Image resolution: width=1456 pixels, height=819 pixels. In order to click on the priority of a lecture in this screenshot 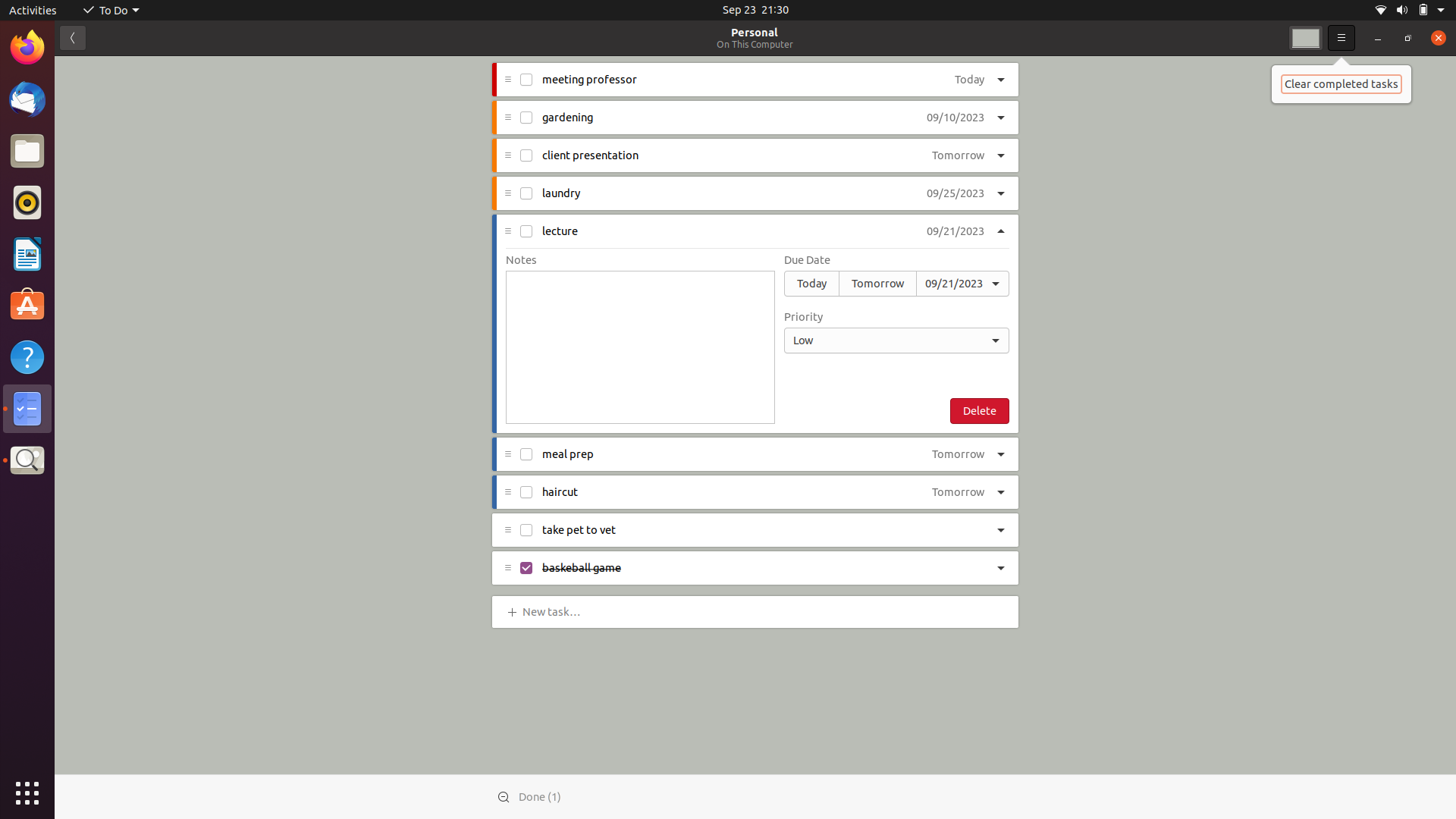, I will do `click(896, 339)`.